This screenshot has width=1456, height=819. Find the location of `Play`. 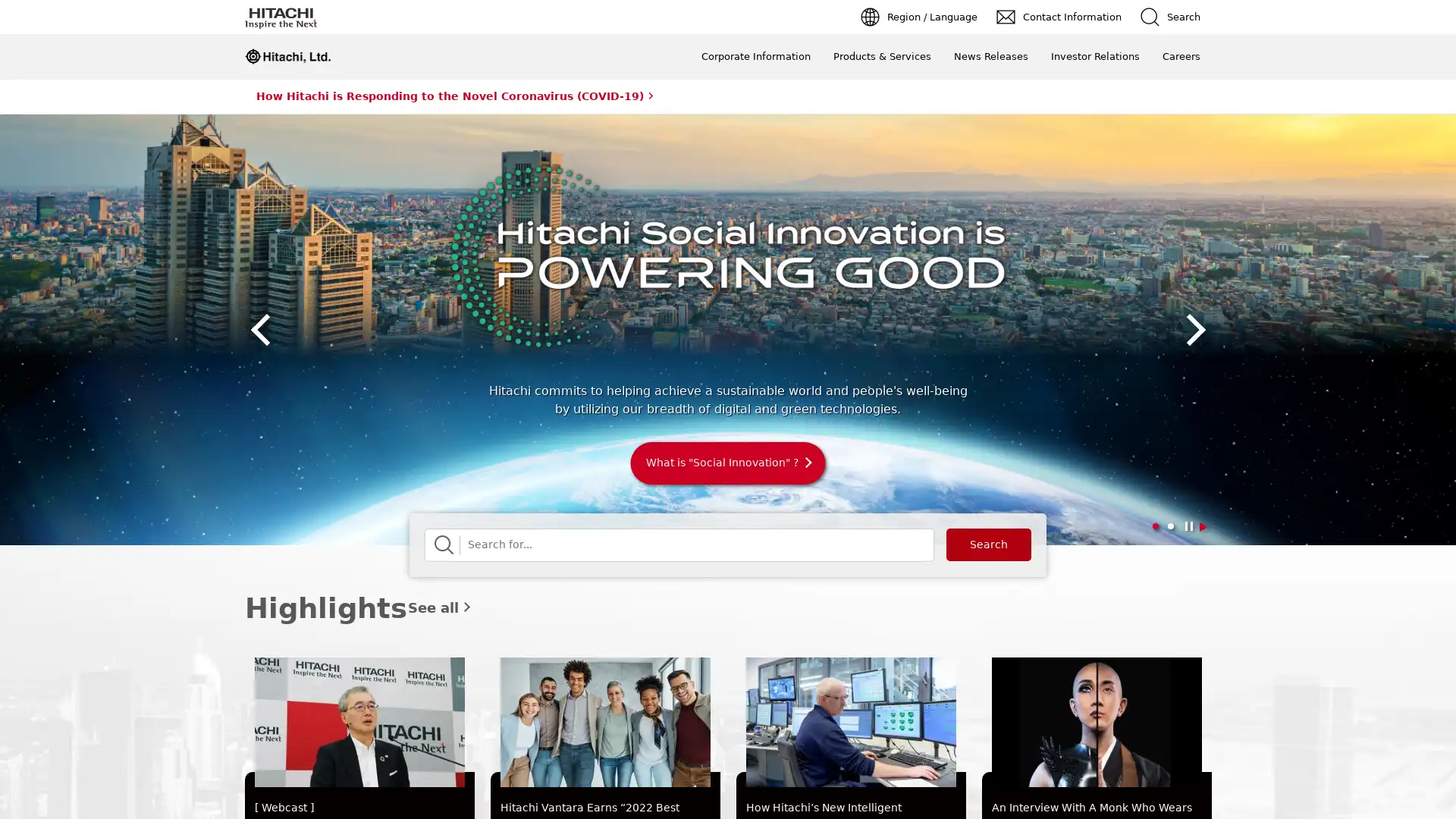

Play is located at coordinates (1187, 526).